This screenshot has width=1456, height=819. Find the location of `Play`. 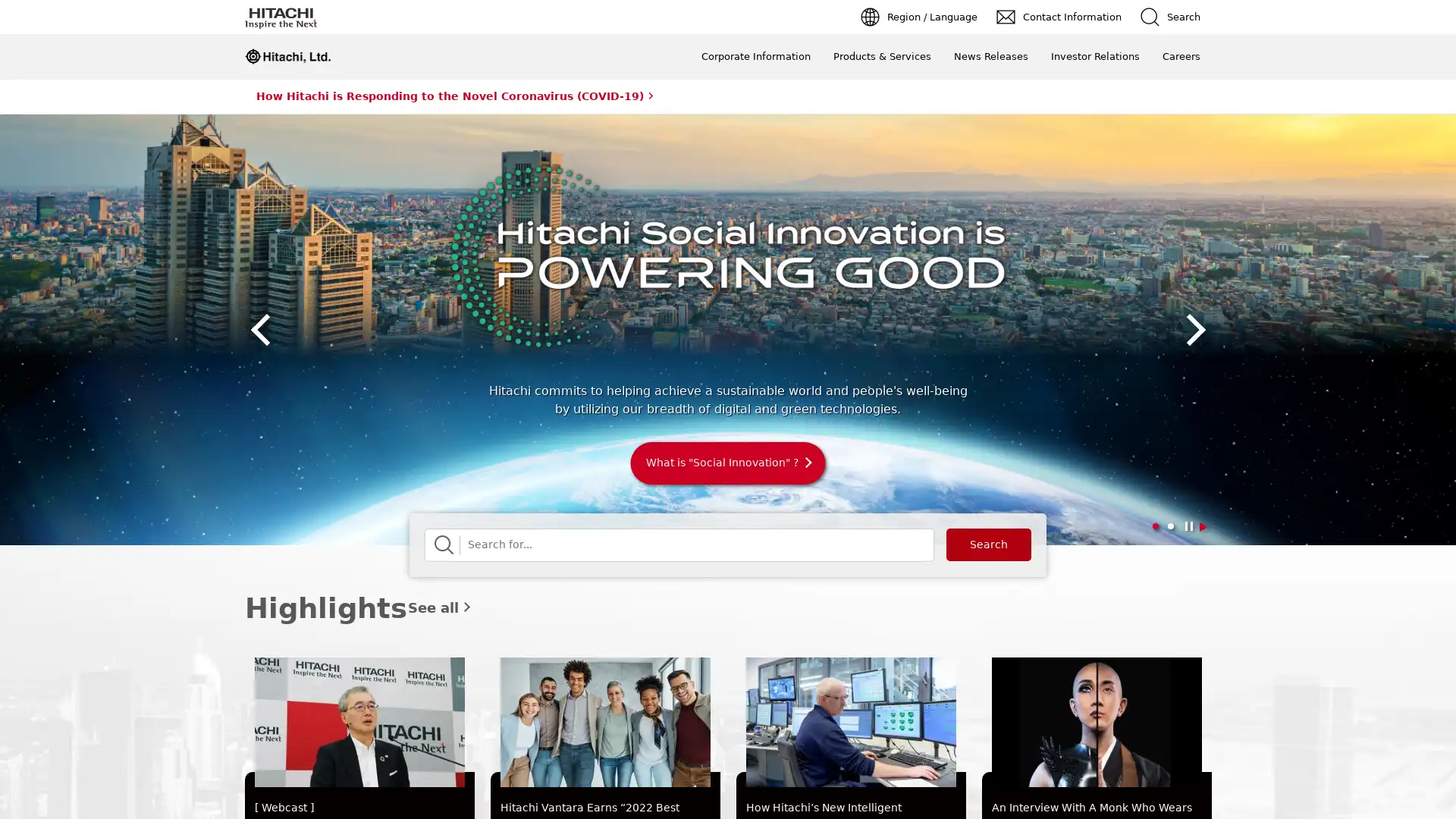

Play is located at coordinates (1187, 526).